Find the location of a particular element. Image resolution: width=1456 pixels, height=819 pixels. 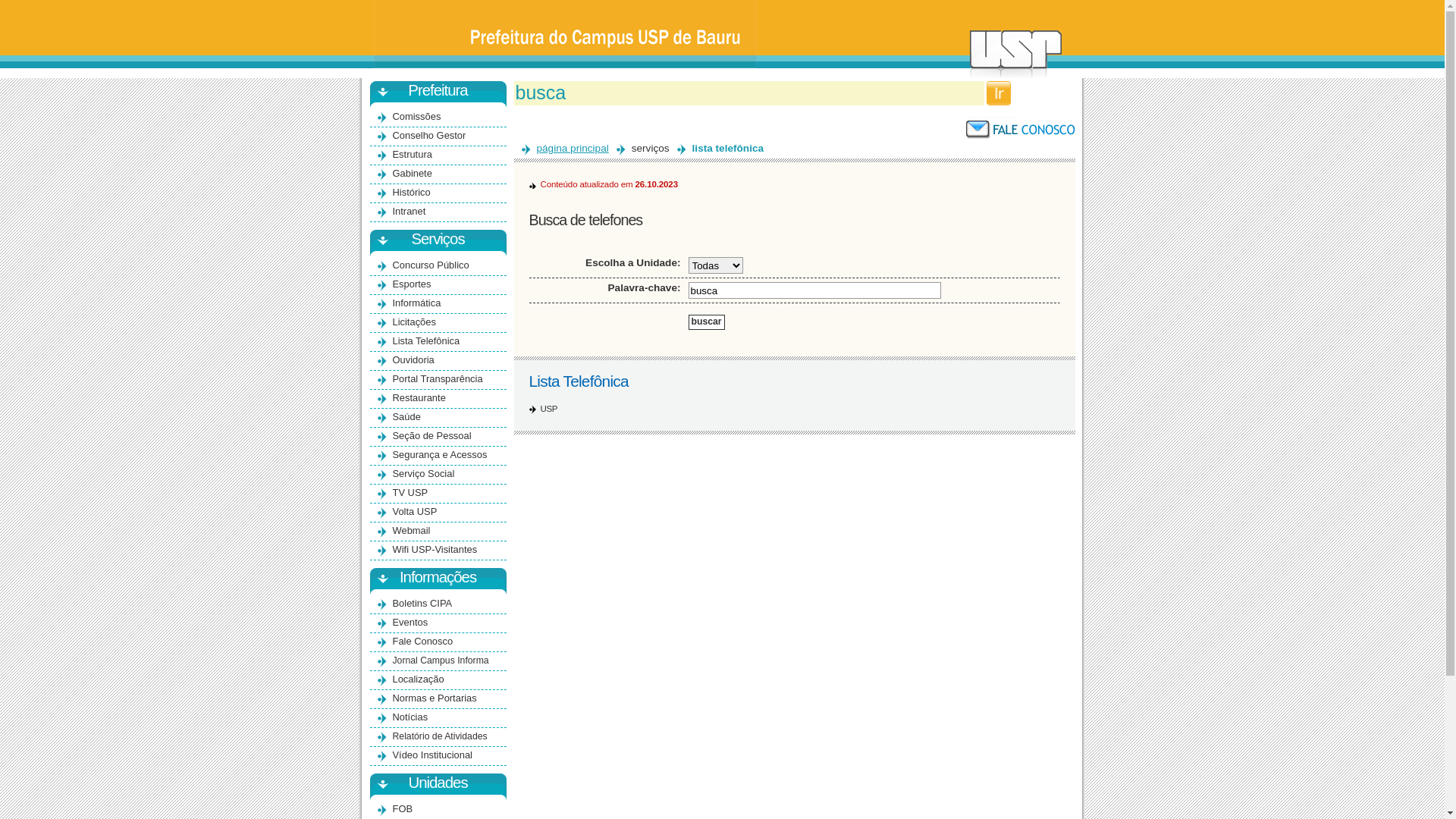

'Intranet' is located at coordinates (409, 211).